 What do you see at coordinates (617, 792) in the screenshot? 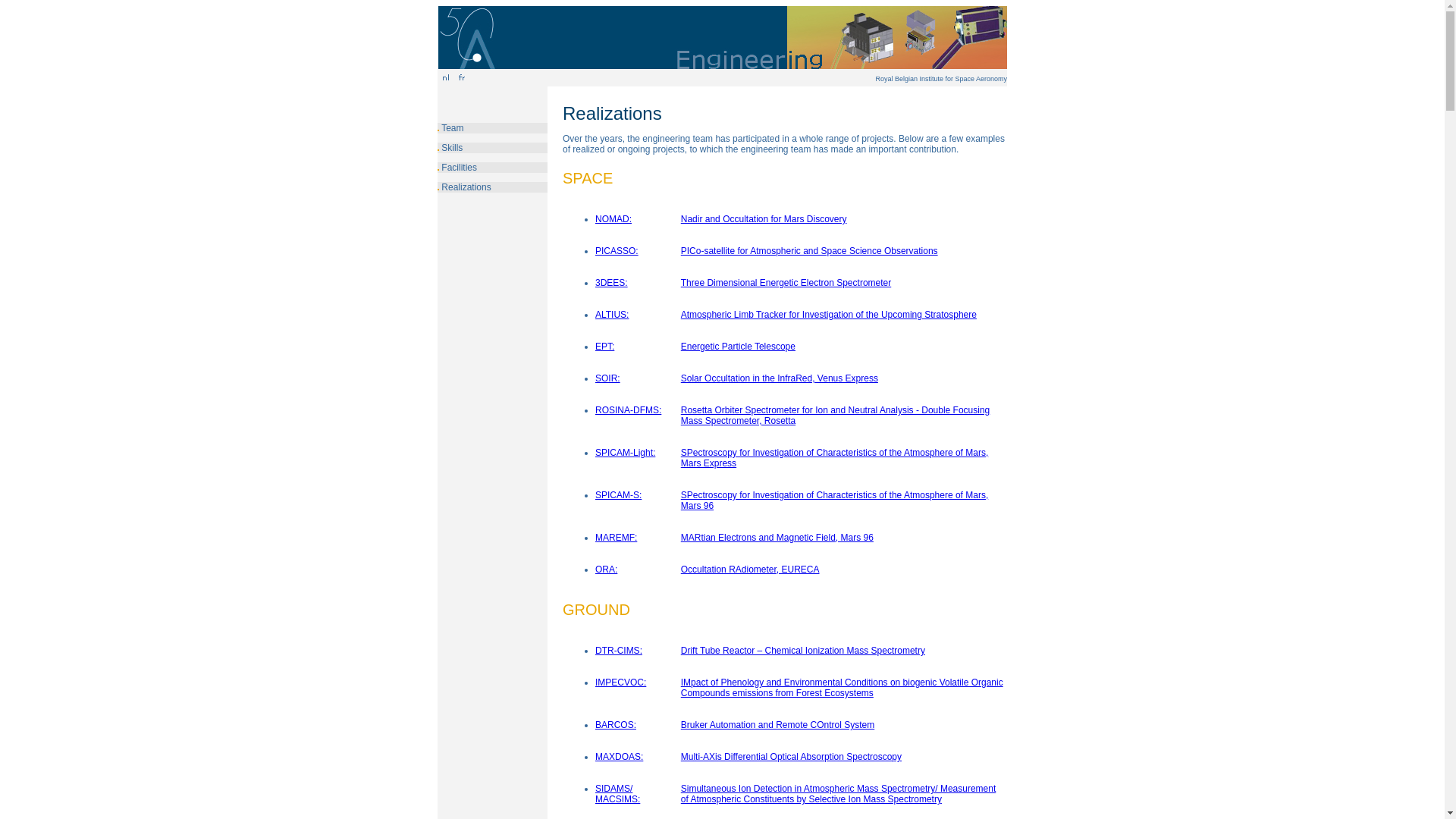
I see `'SIDAMS/` at bounding box center [617, 792].